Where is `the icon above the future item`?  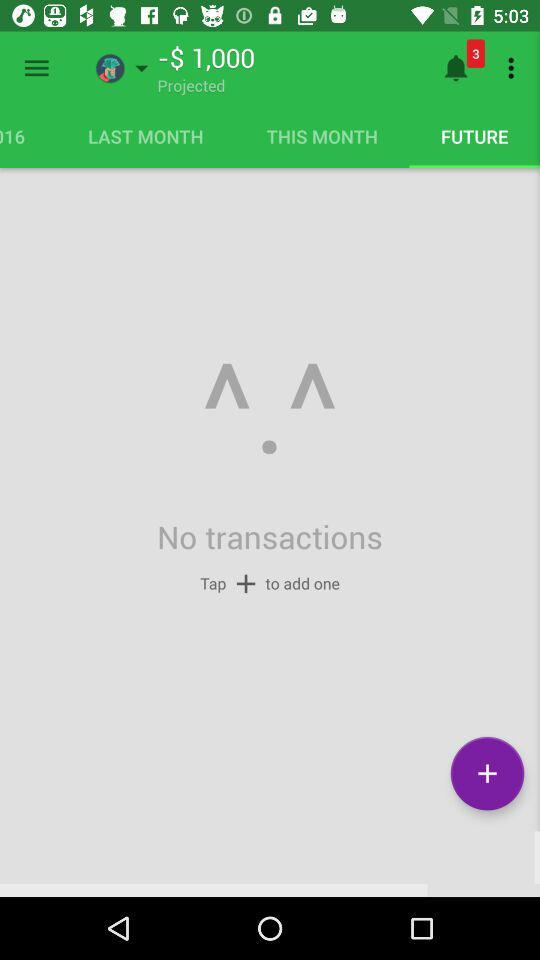 the icon above the future item is located at coordinates (513, 68).